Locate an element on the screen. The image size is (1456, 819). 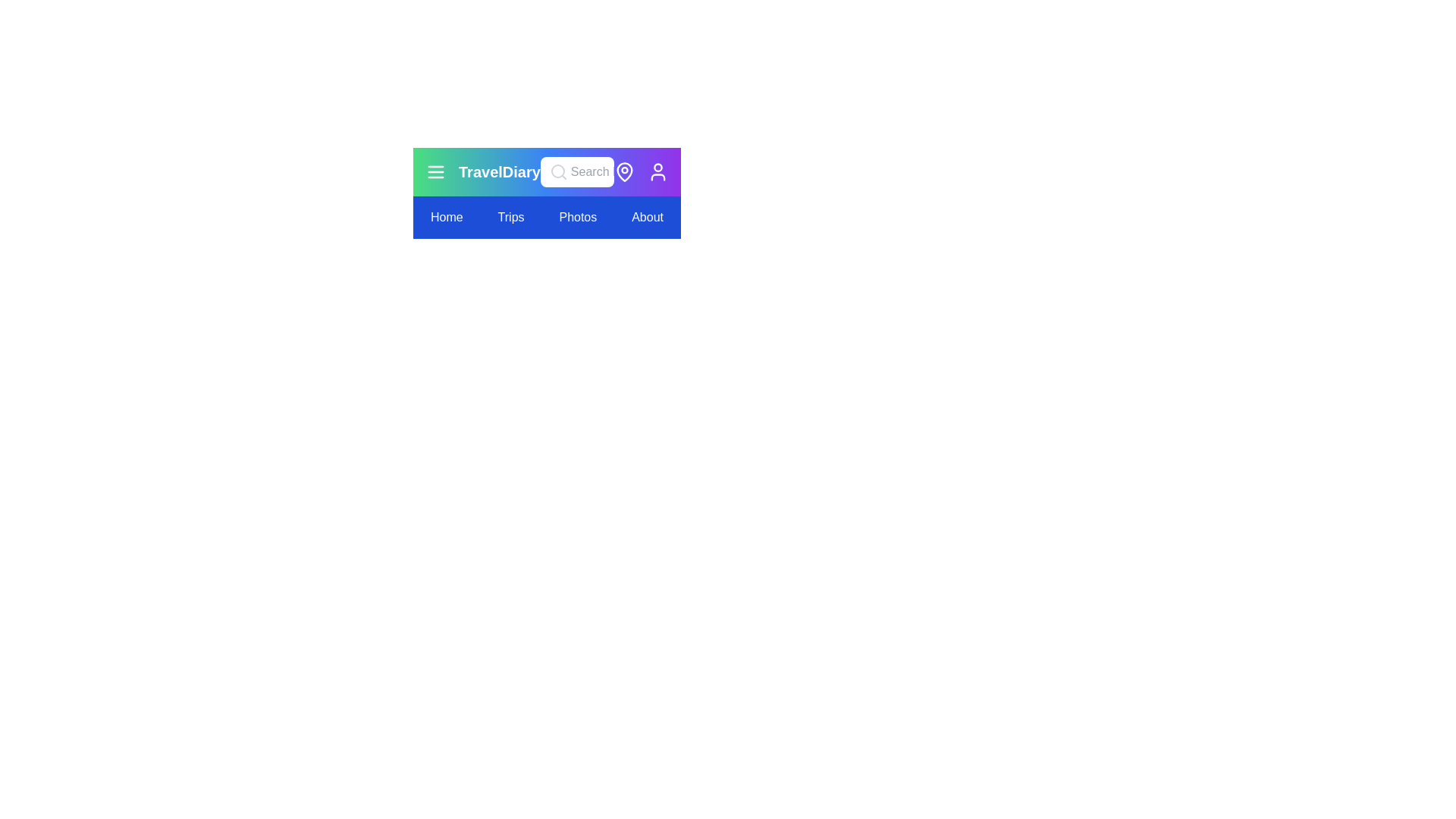
the navigation menu item Photos to navigate to the respective section is located at coordinates (577, 217).